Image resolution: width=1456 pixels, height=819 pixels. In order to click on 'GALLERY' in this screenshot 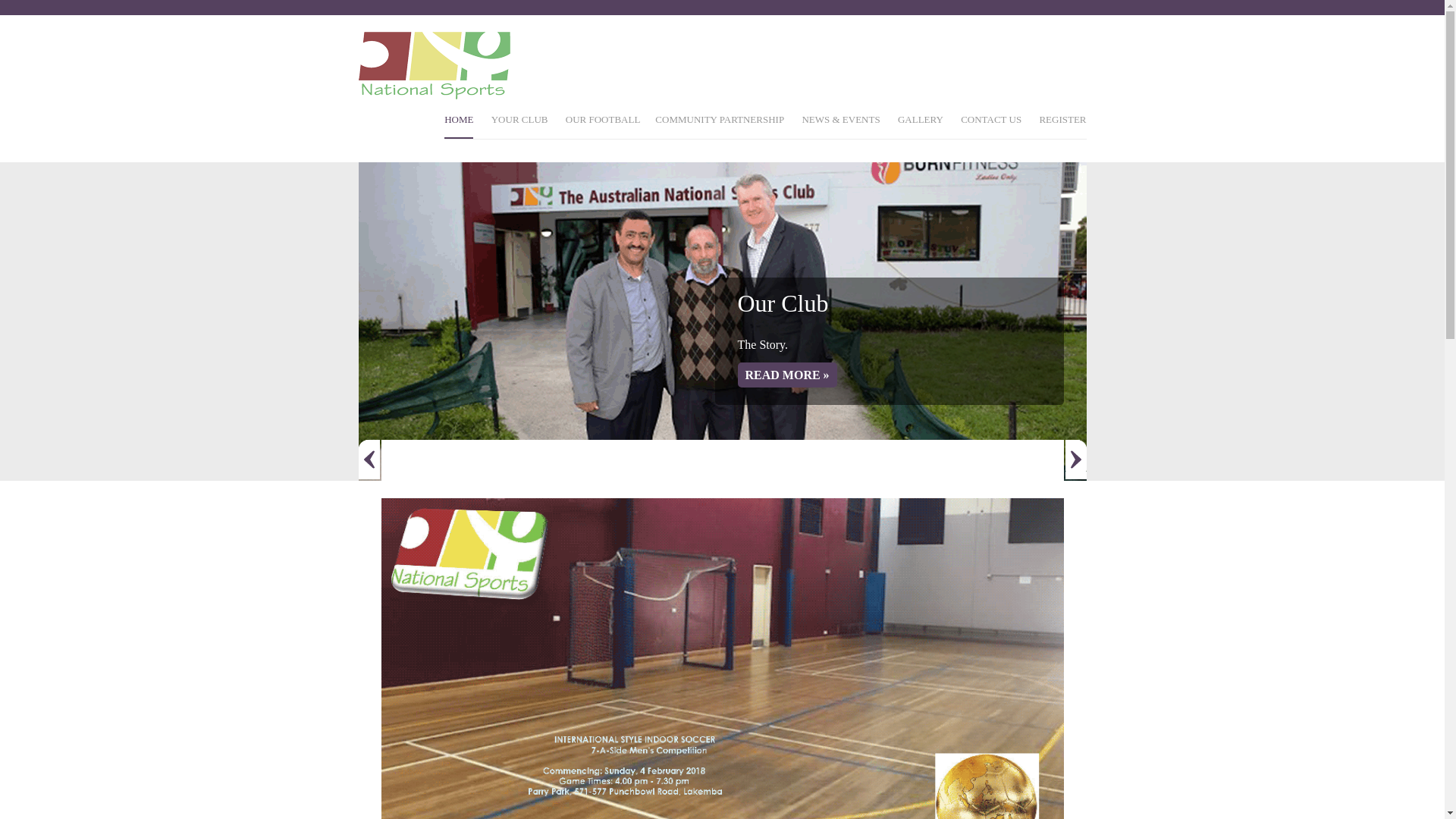, I will do `click(920, 125)`.